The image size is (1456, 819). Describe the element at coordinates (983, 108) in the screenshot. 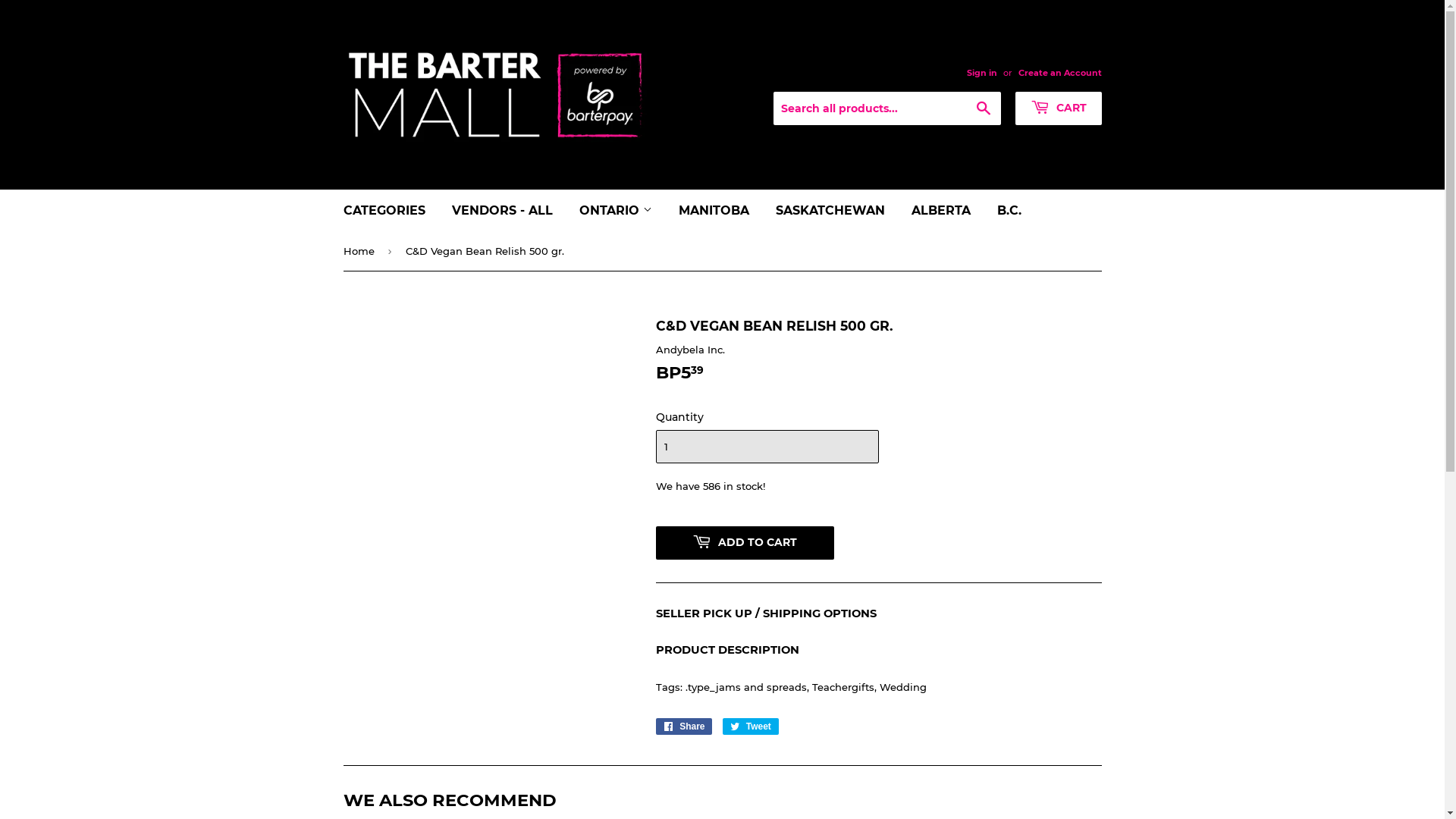

I see `'Search'` at that location.